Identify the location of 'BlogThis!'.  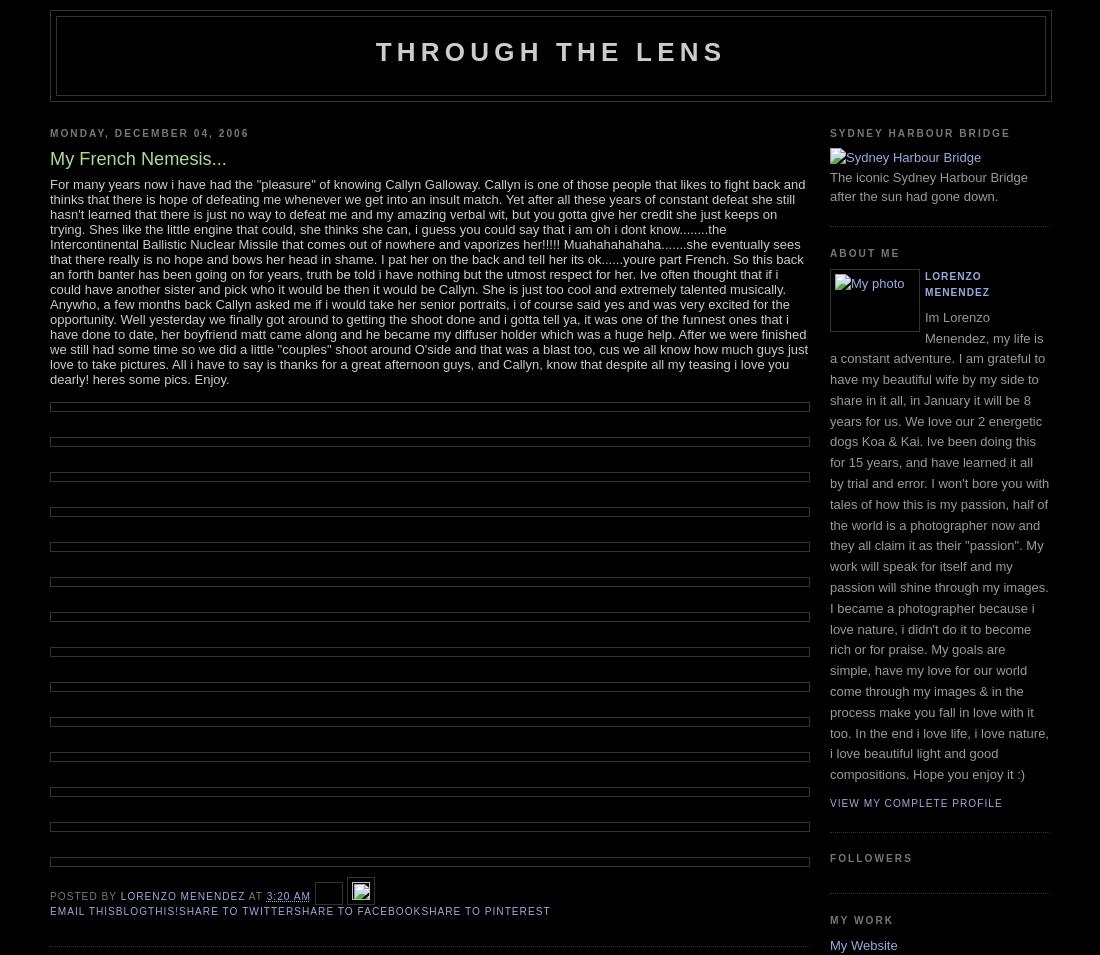
(145, 910).